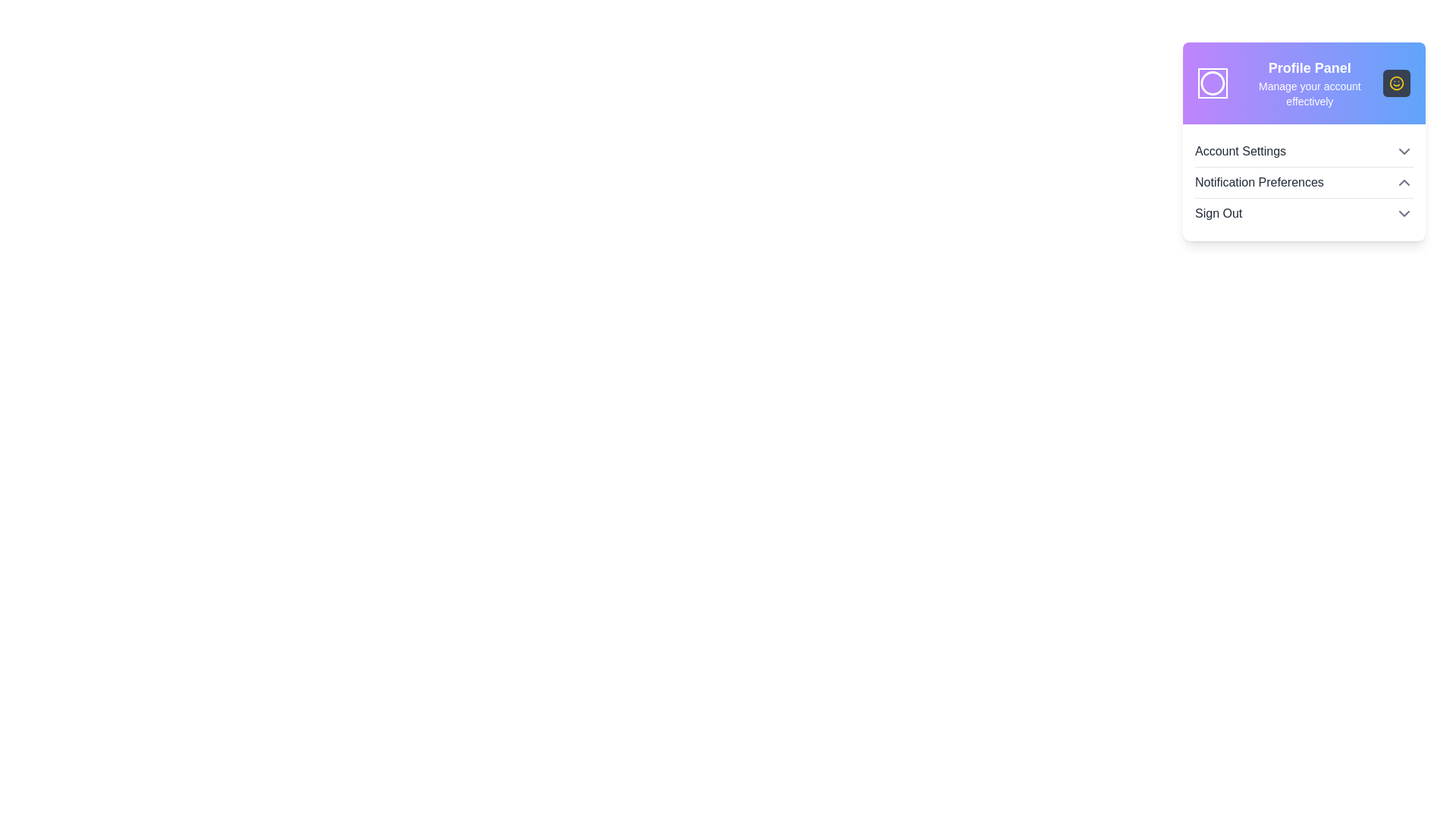 This screenshot has width=1456, height=819. What do you see at coordinates (1396, 83) in the screenshot?
I see `the circular yellow icon with a smiling face located in the top-right corner of the header section of the profile panel` at bounding box center [1396, 83].